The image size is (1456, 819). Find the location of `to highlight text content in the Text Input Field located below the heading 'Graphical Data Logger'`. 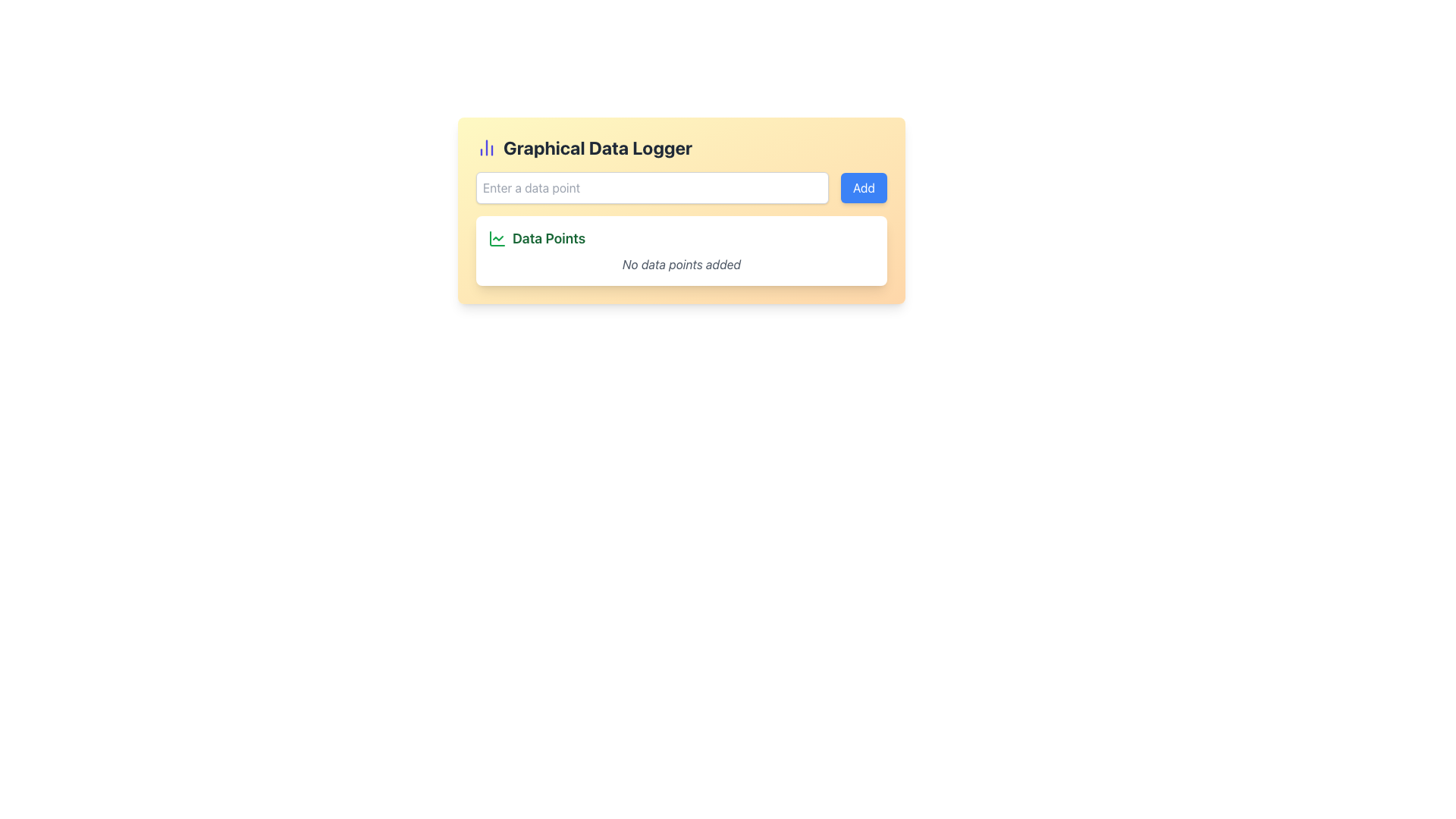

to highlight text content in the Text Input Field located below the heading 'Graphical Data Logger' is located at coordinates (680, 187).